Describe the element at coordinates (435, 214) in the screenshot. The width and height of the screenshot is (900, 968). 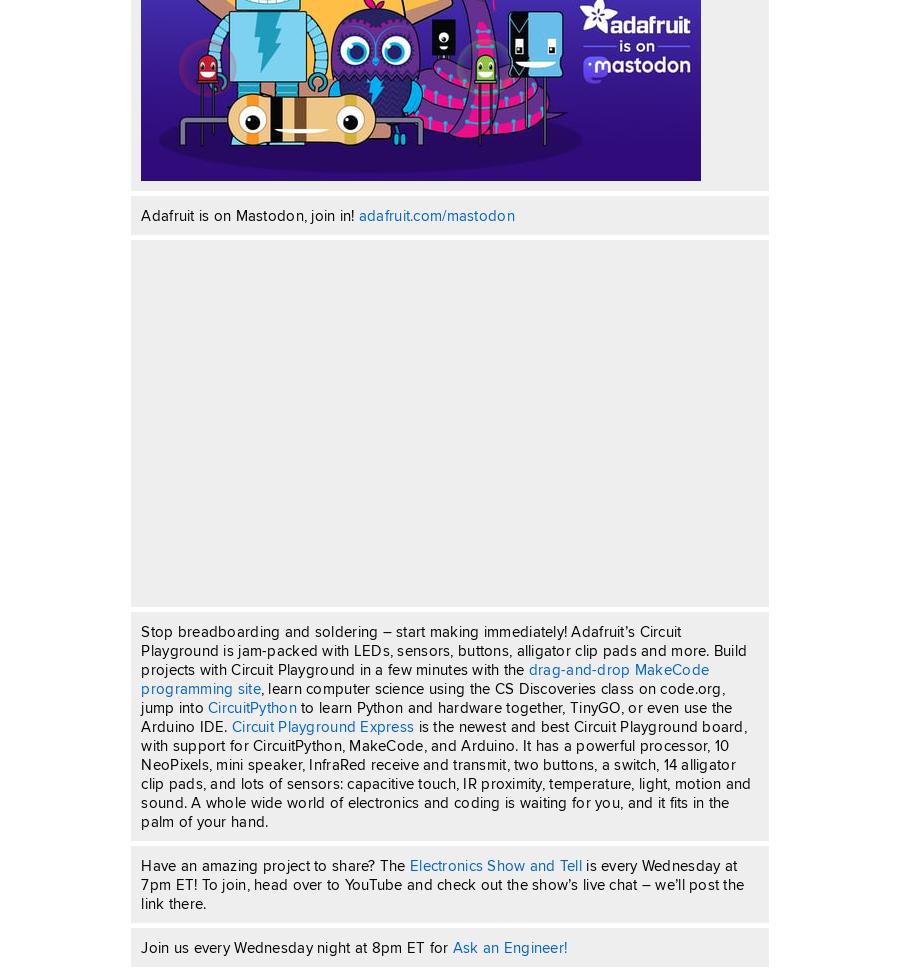
I see `'adafruit.com/mastodon'` at that location.